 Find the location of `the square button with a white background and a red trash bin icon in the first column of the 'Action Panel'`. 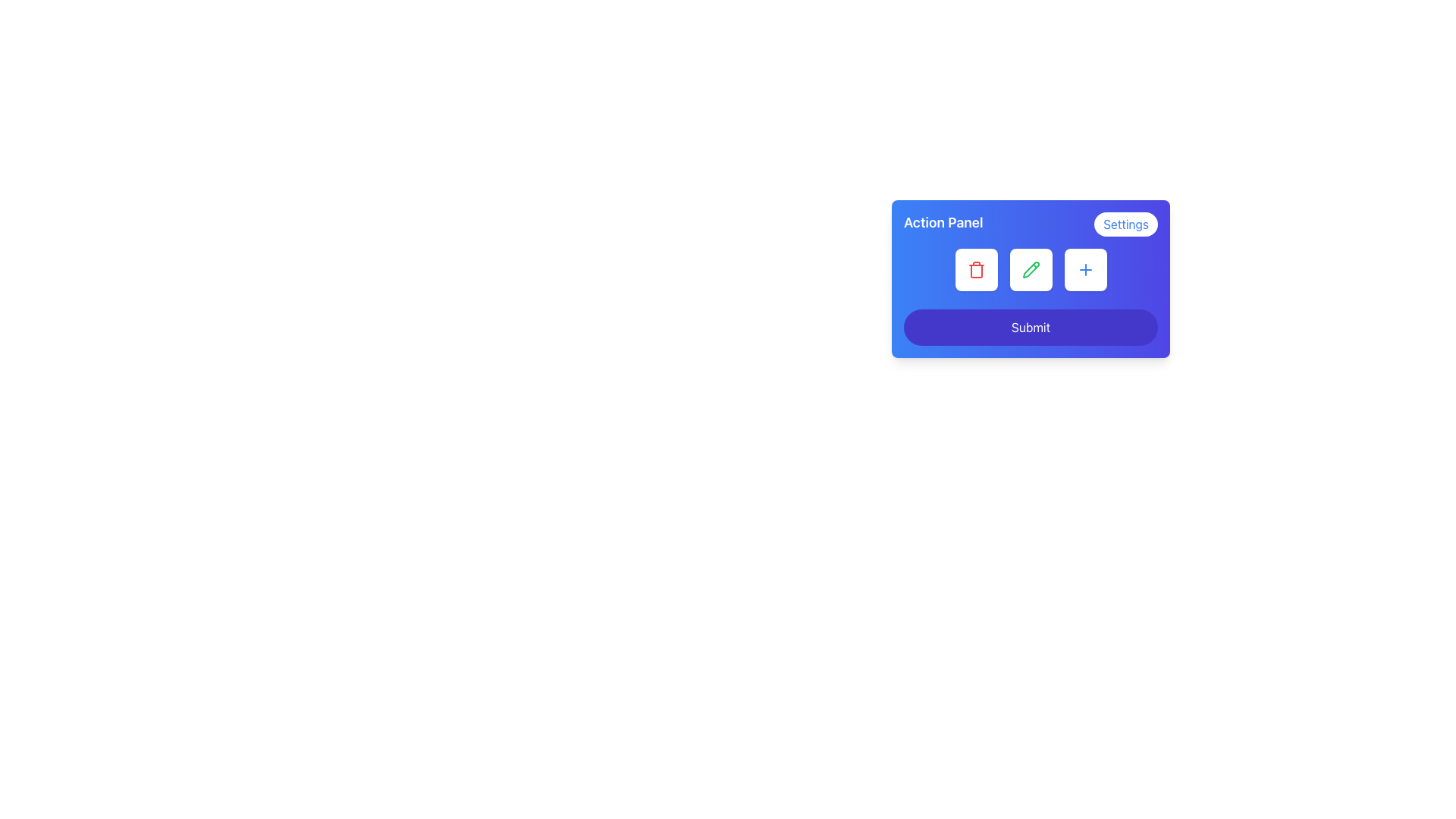

the square button with a white background and a red trash bin icon in the first column of the 'Action Panel' is located at coordinates (976, 268).